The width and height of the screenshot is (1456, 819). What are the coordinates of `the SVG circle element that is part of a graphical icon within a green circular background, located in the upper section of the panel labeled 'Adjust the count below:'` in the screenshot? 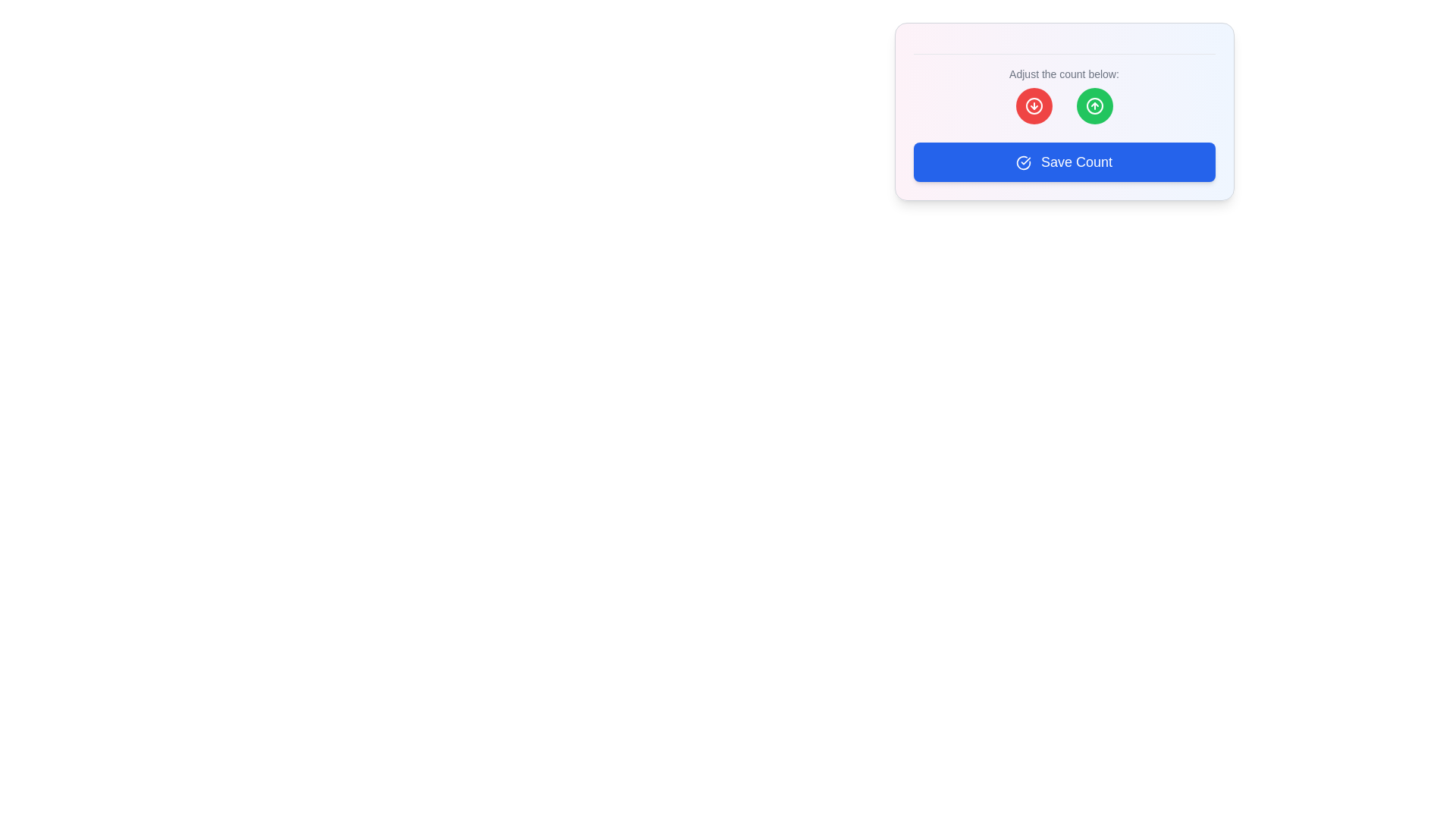 It's located at (1094, 105).